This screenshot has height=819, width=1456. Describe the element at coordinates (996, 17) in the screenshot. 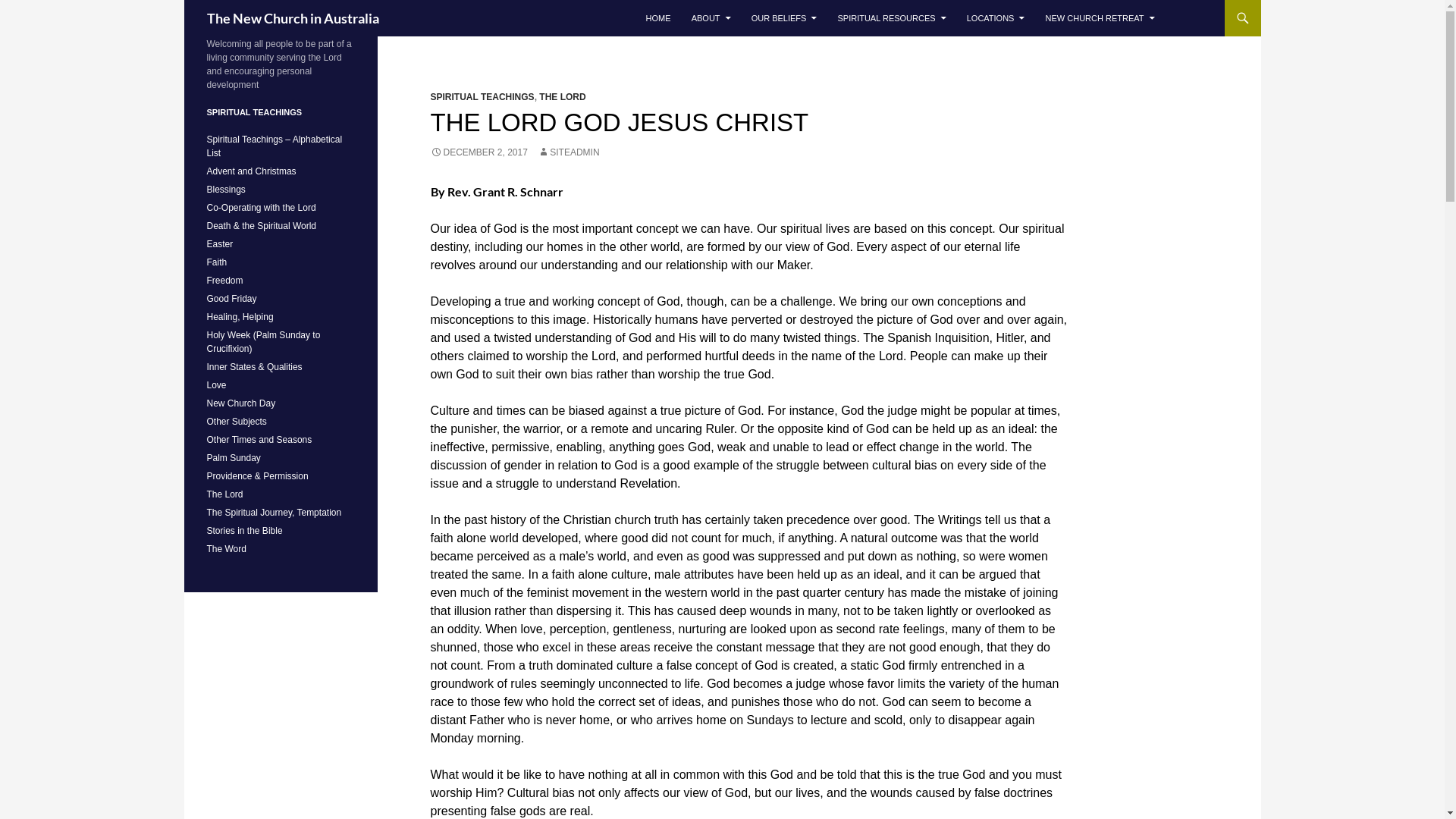

I see `'LOCATIONS'` at that location.